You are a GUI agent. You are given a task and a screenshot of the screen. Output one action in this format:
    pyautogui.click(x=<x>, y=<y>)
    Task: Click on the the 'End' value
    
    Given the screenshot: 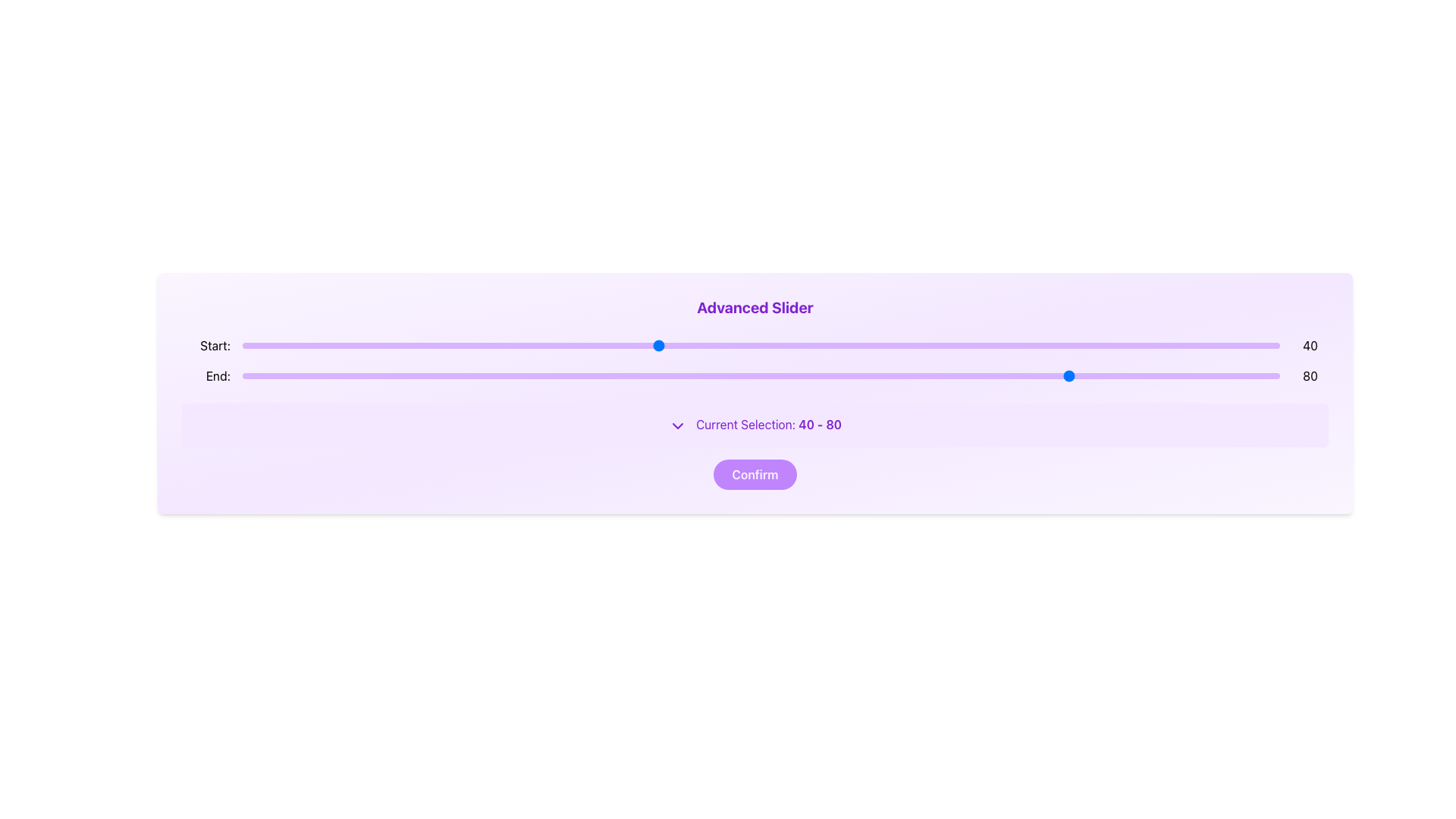 What is the action you would take?
    pyautogui.click(x=896, y=375)
    